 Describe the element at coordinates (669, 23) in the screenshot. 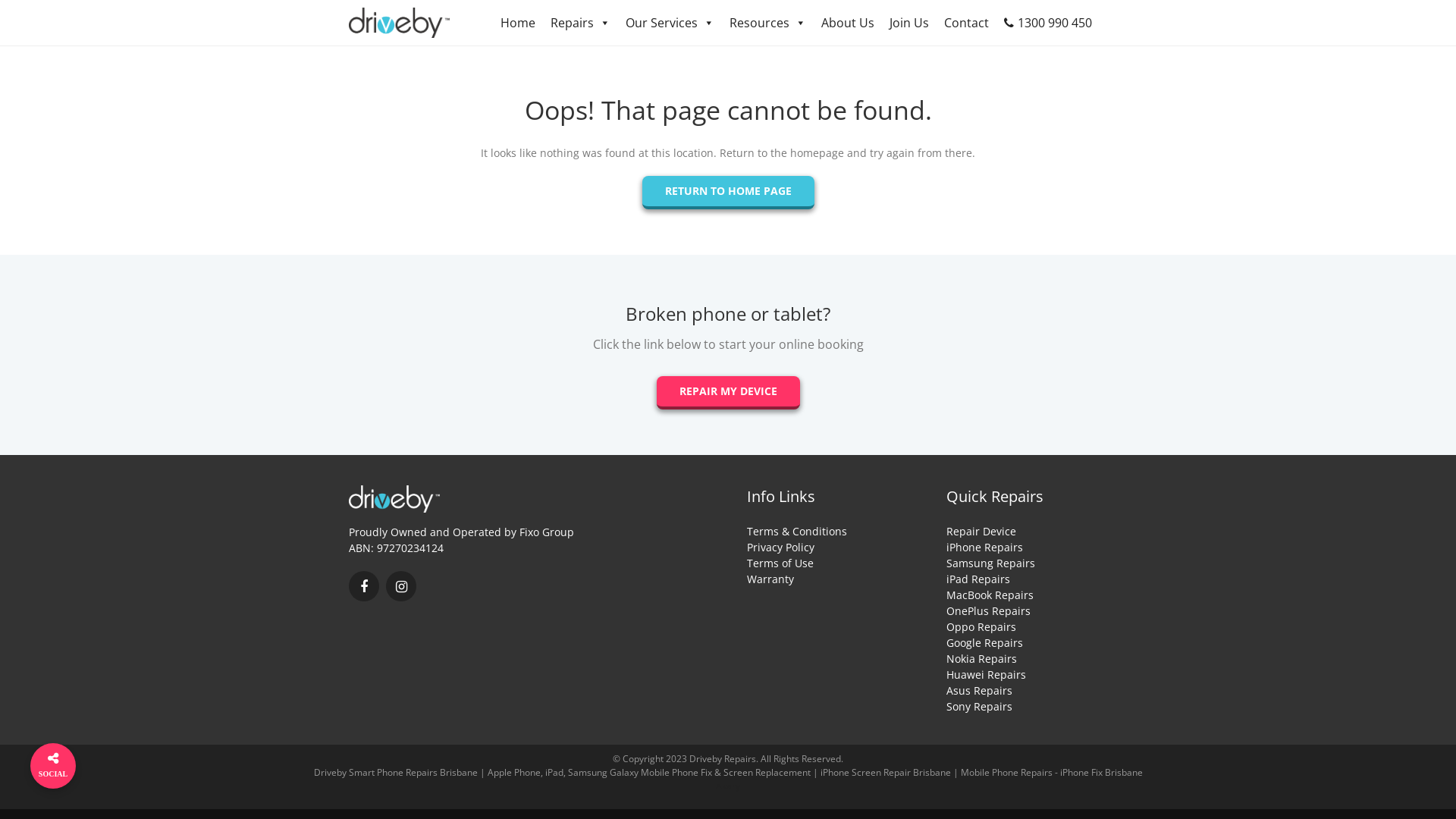

I see `'Our Services'` at that location.